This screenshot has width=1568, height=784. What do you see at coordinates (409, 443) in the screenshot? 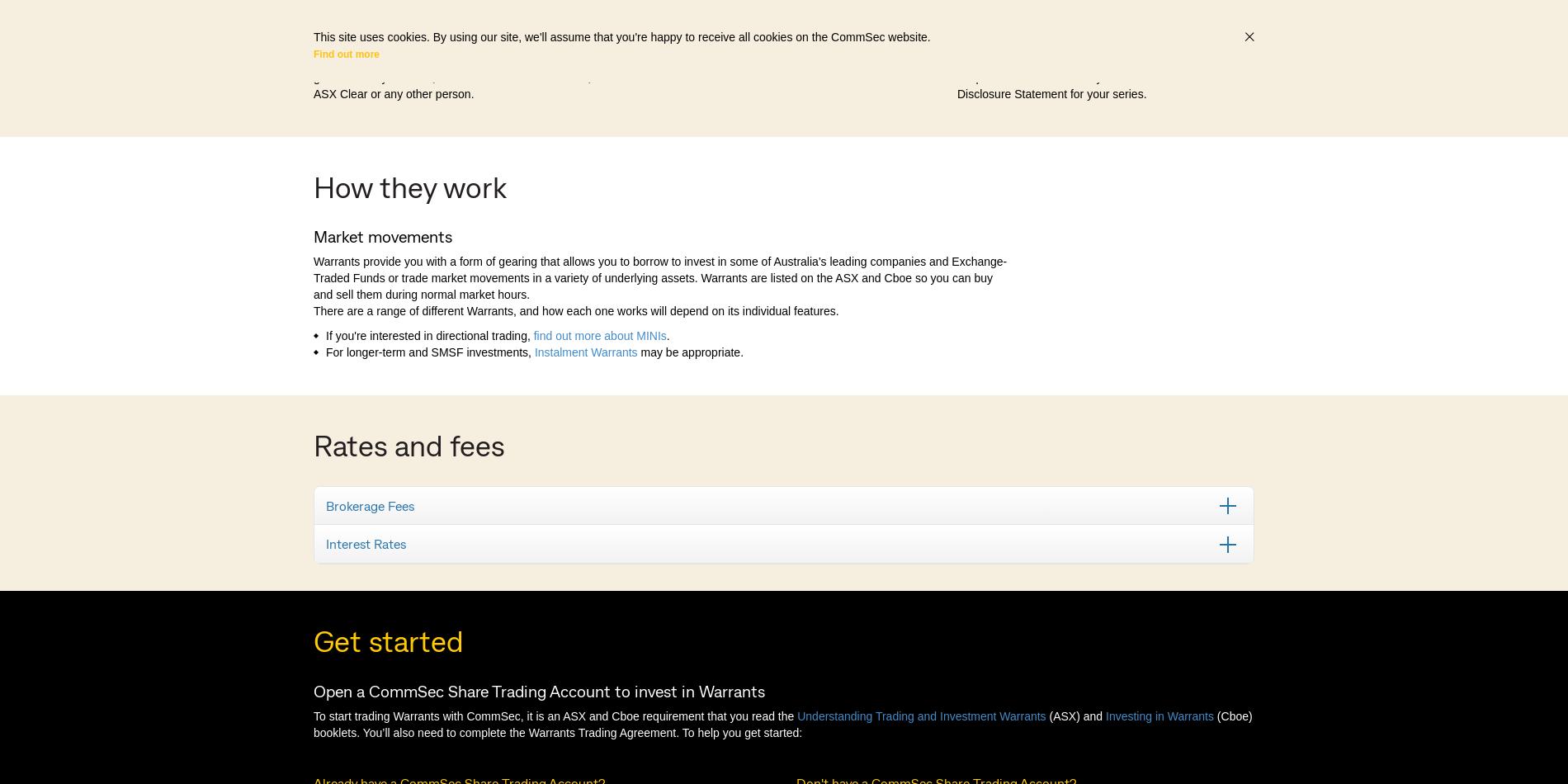
I see `'Rates and fees'` at bounding box center [409, 443].